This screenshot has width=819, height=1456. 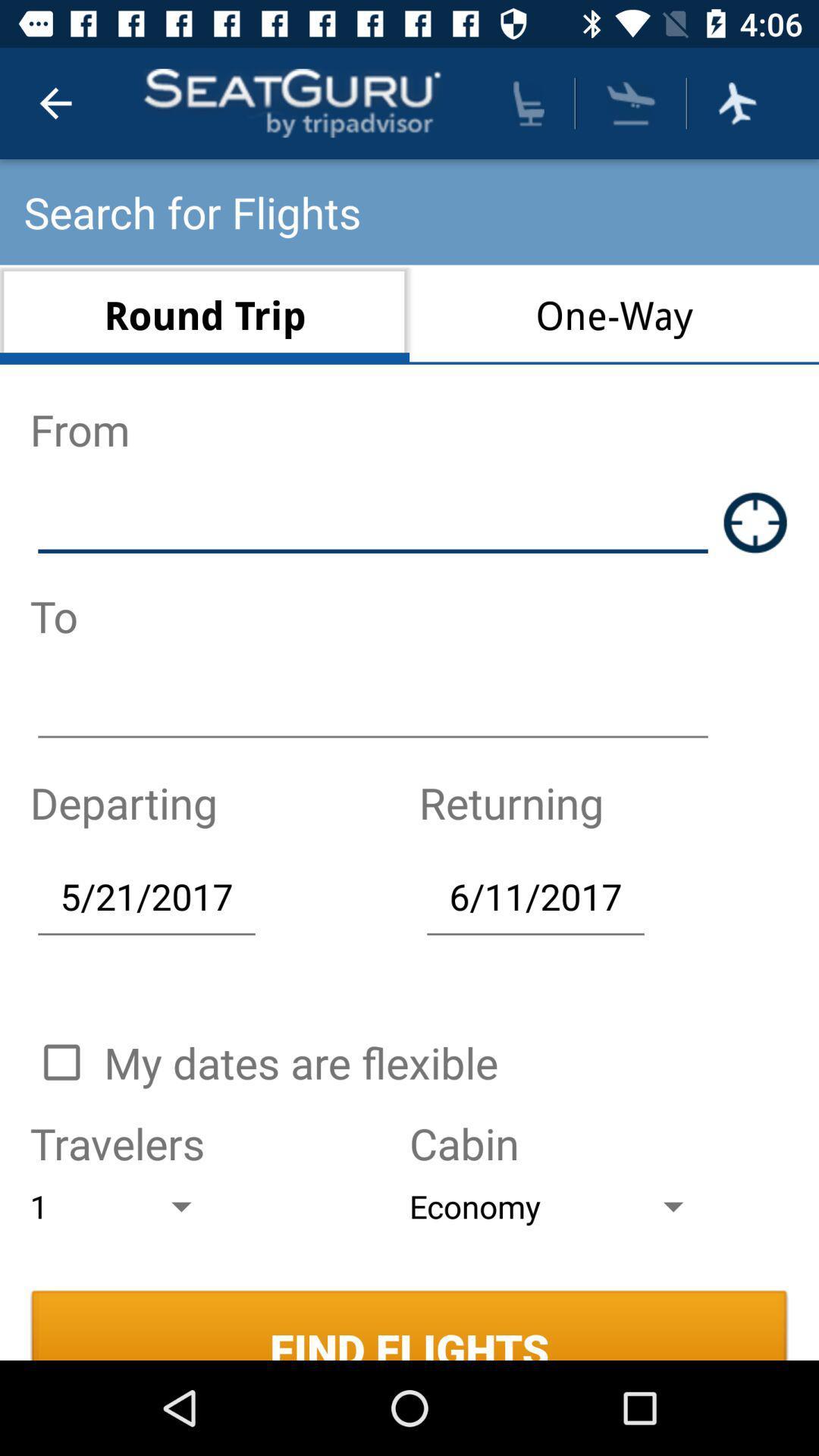 I want to click on check-box, so click(x=61, y=1062).